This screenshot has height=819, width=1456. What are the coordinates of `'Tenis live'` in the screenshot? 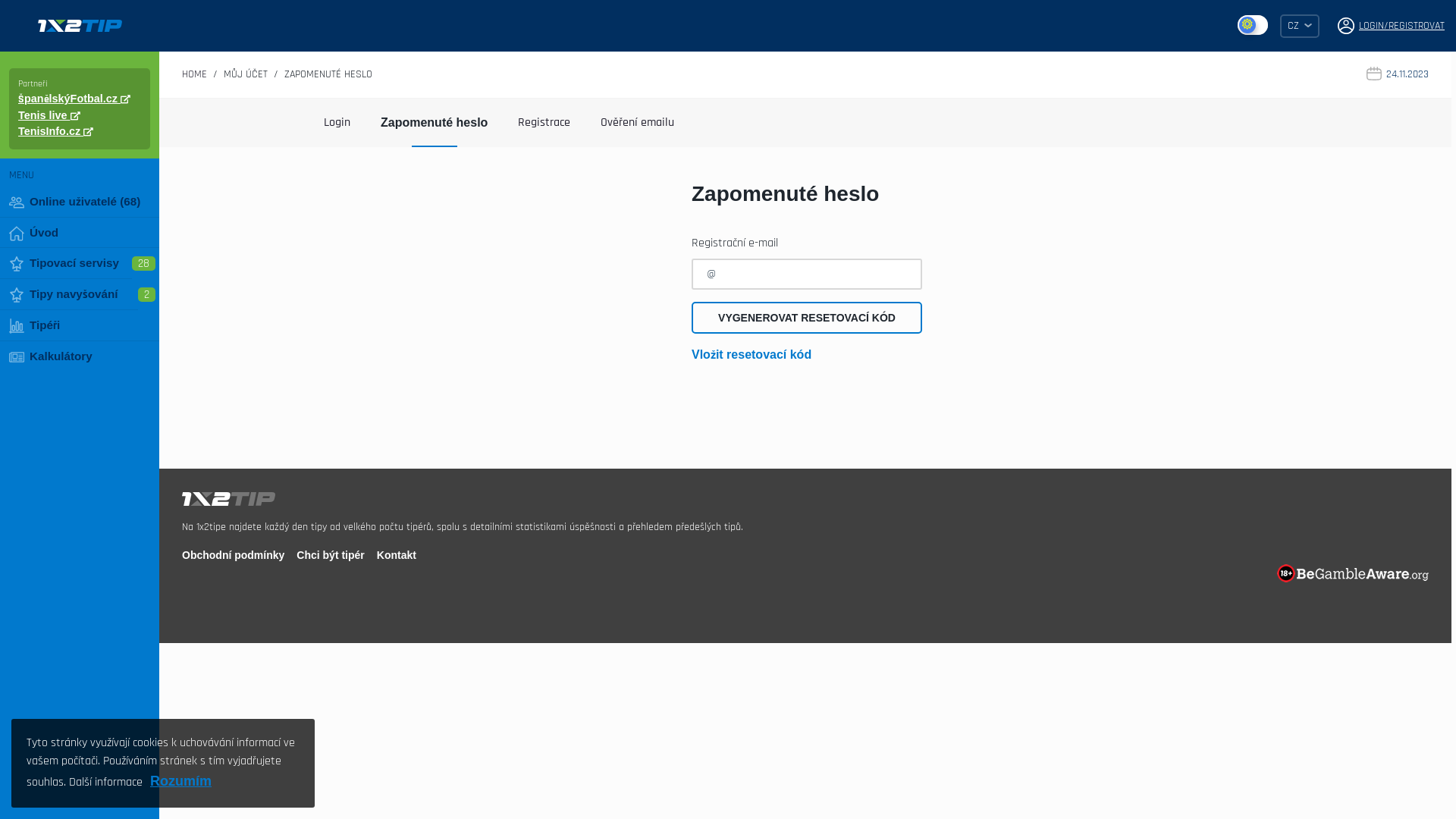 It's located at (49, 114).